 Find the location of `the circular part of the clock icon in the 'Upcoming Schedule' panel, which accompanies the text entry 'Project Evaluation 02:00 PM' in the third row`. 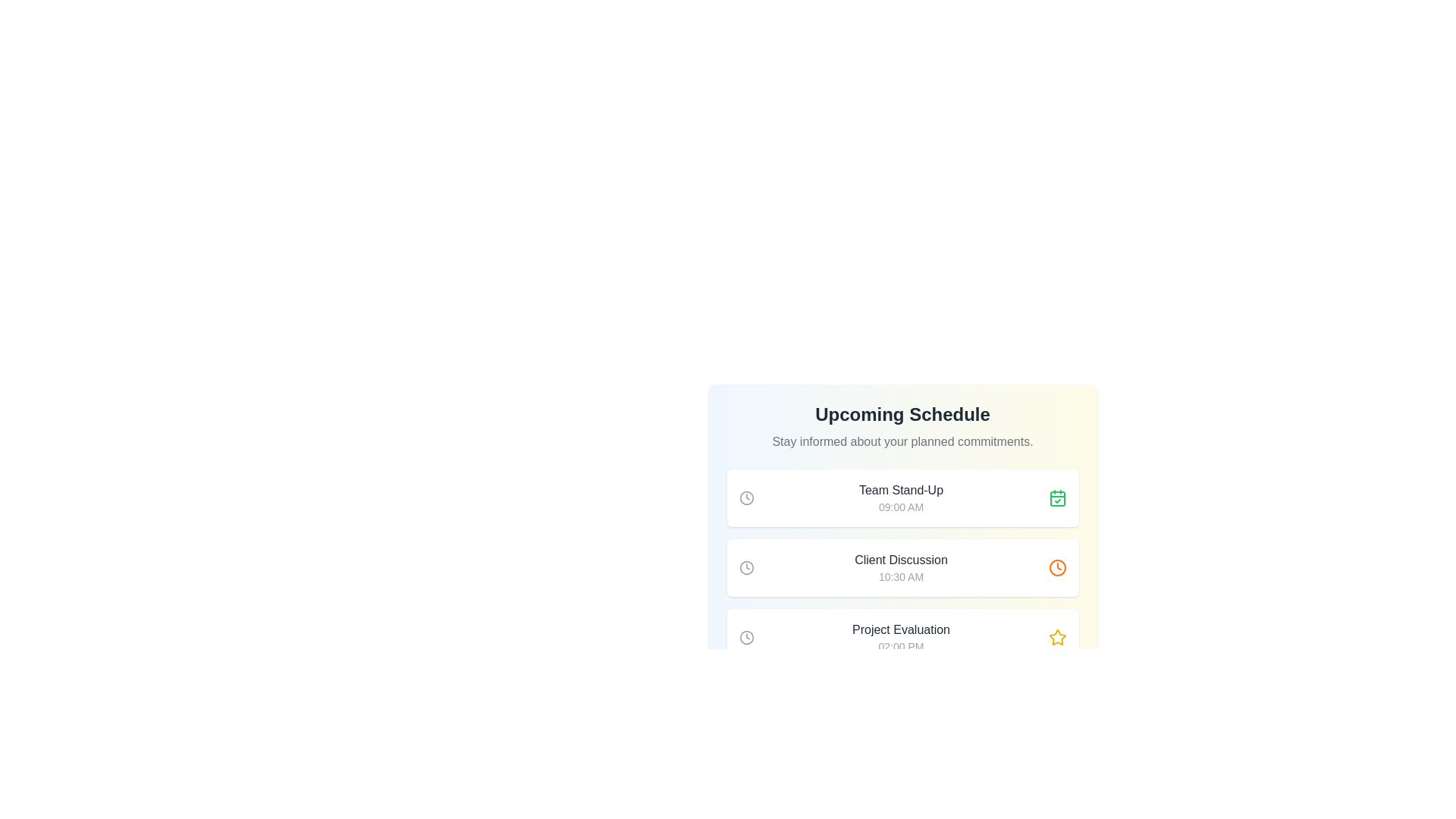

the circular part of the clock icon in the 'Upcoming Schedule' panel, which accompanies the text entry 'Project Evaluation 02:00 PM' in the third row is located at coordinates (746, 637).